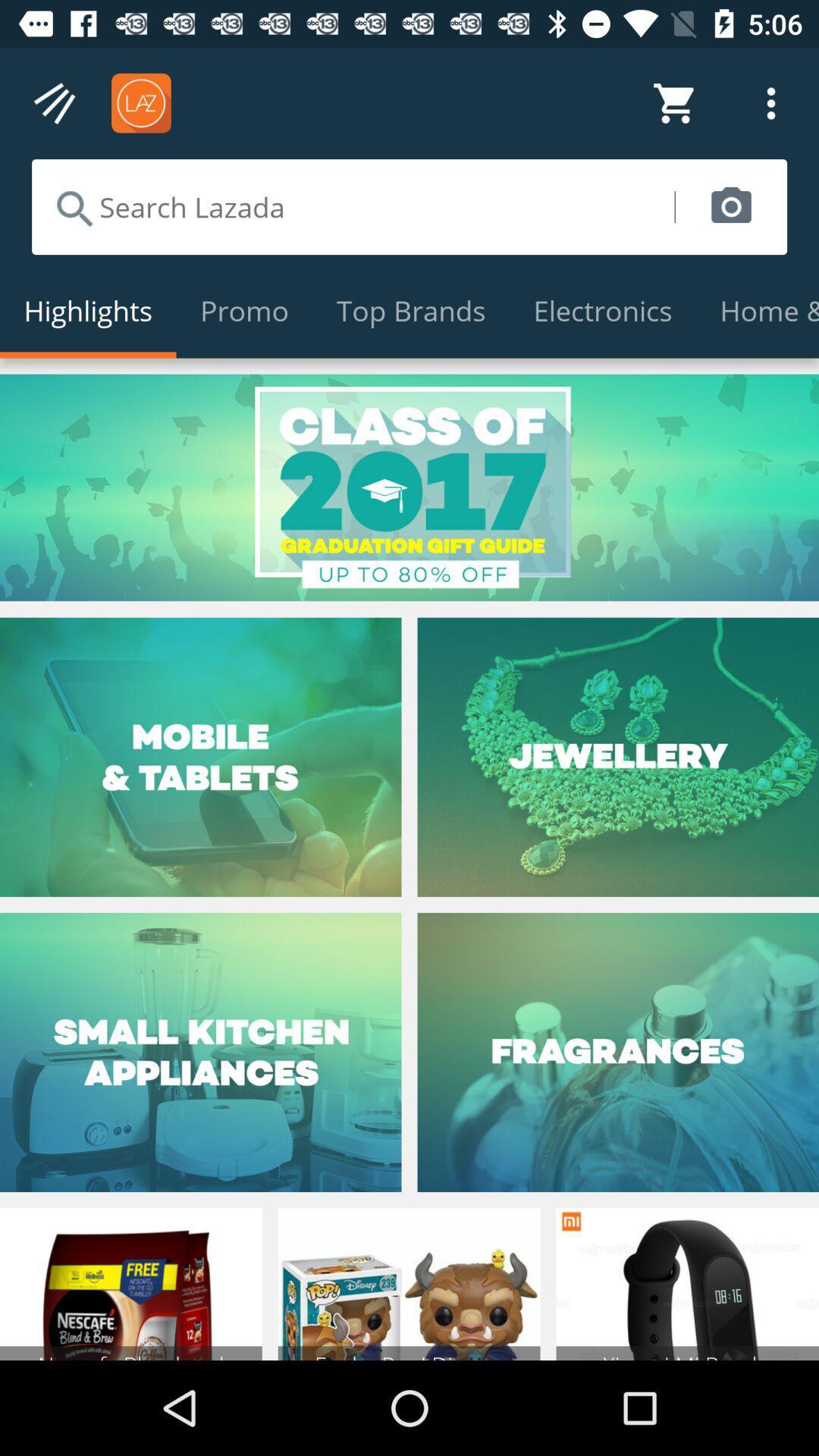 This screenshot has width=819, height=1456. What do you see at coordinates (353, 206) in the screenshot?
I see `the icon above highlights item` at bounding box center [353, 206].